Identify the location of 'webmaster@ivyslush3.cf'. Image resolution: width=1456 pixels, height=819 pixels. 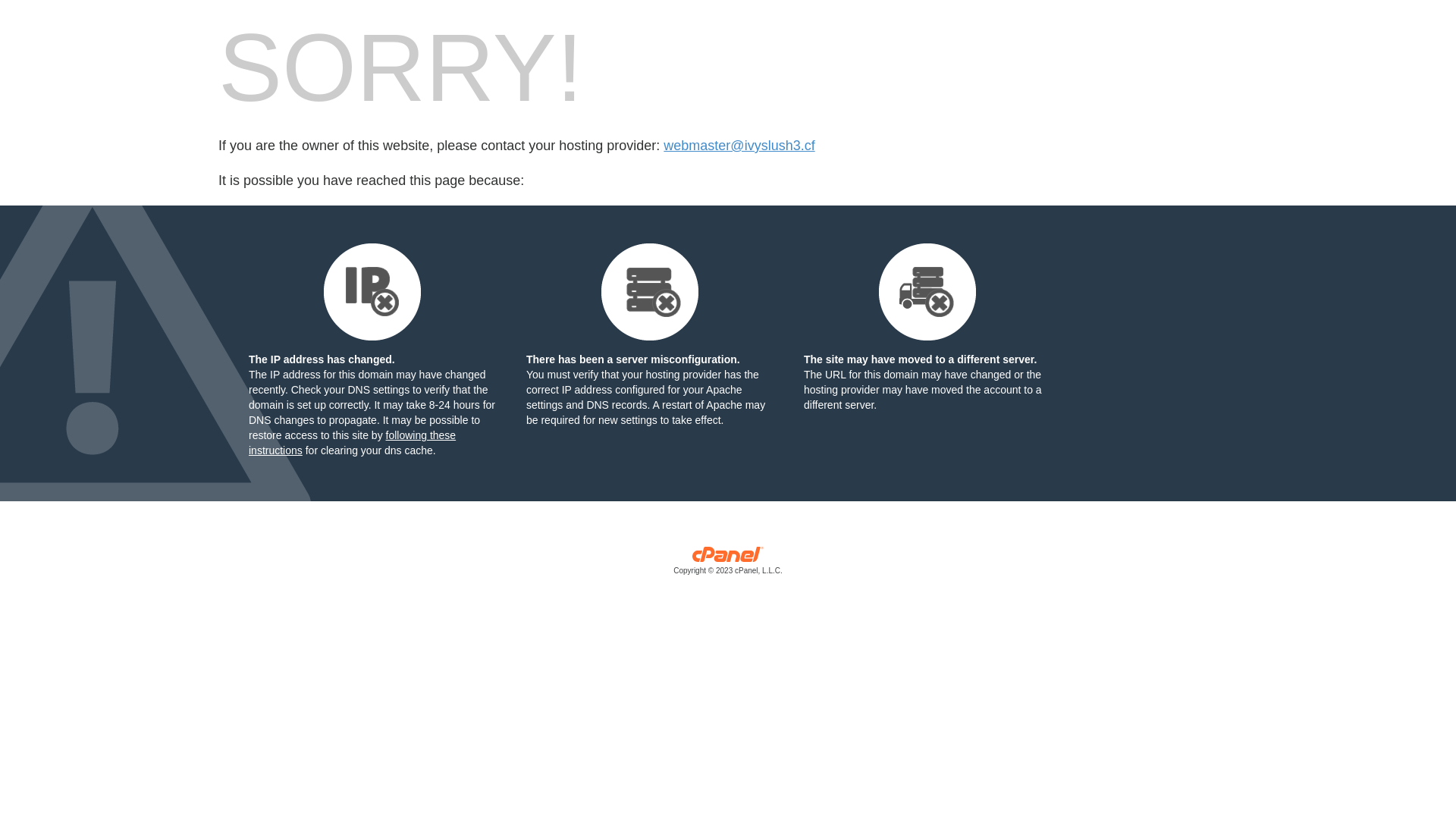
(663, 146).